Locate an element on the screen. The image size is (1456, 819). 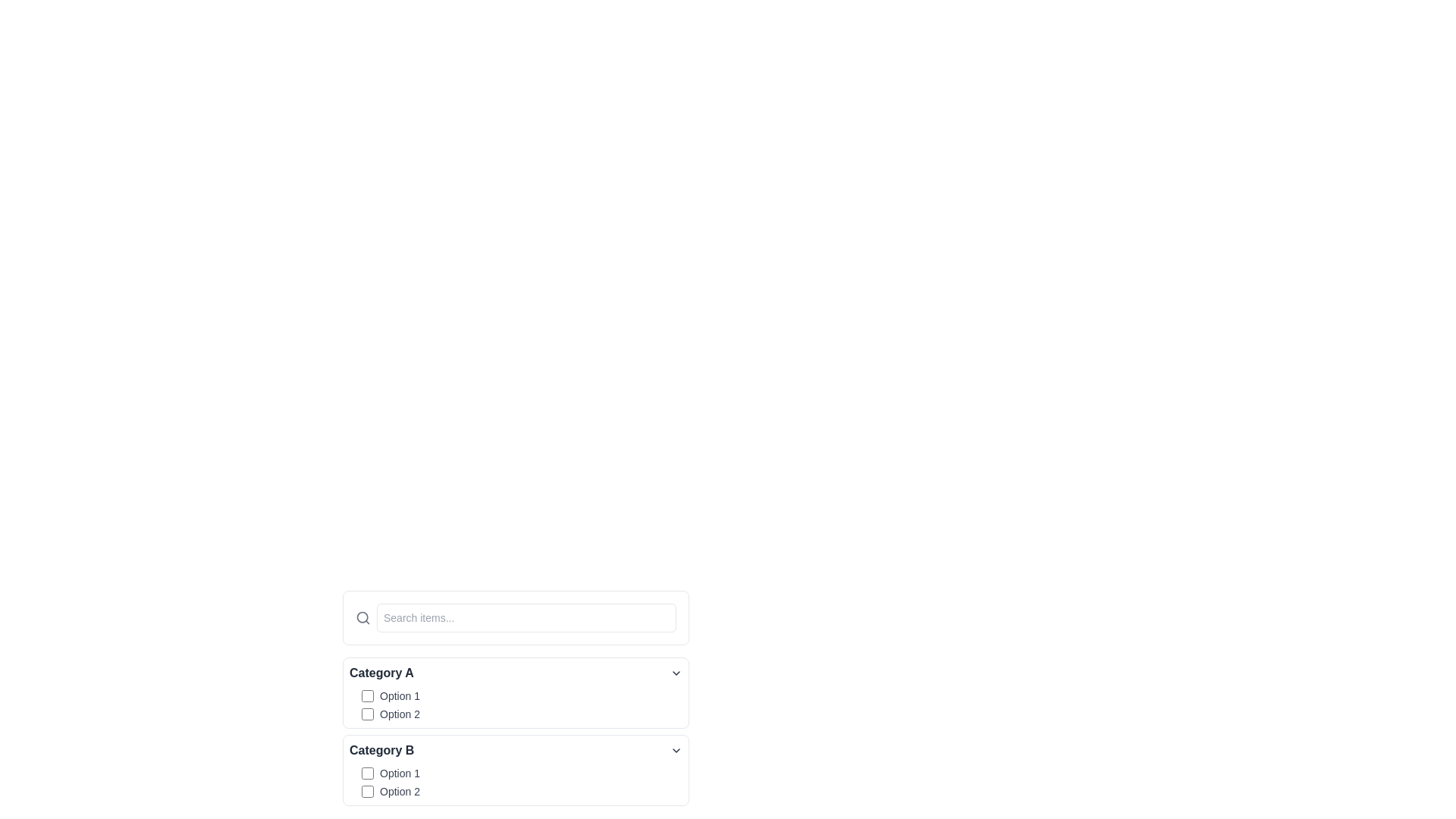
the indigo checkbox located next to the text 'Option 2' in 'Category B' for visual feedback is located at coordinates (367, 791).